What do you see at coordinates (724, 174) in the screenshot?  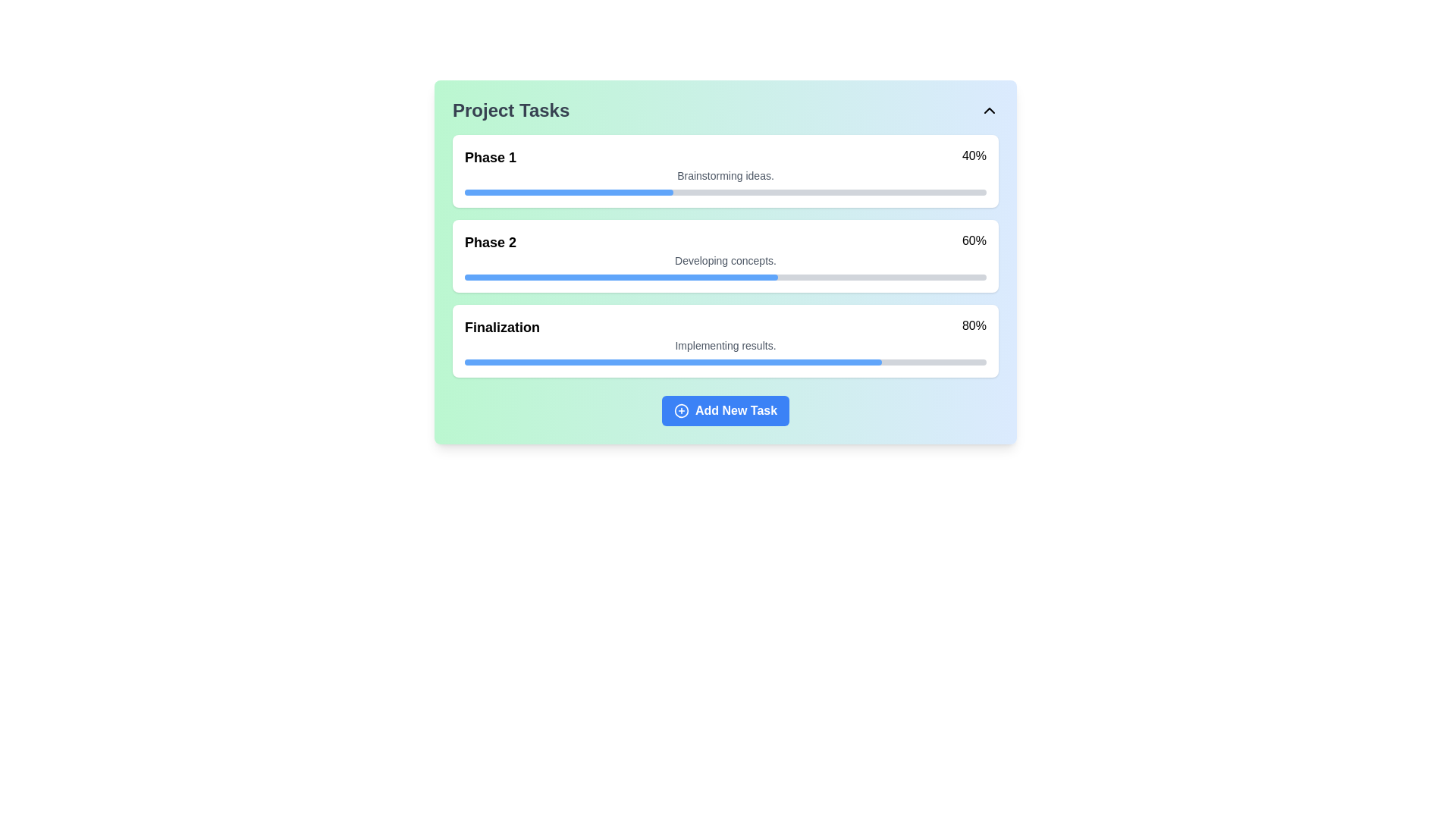 I see `text information displayed in smaller gray font saying 'Brainstorming ideas.' located below the 'Phase 1' title and above the progress bar within the task phase card` at bounding box center [724, 174].